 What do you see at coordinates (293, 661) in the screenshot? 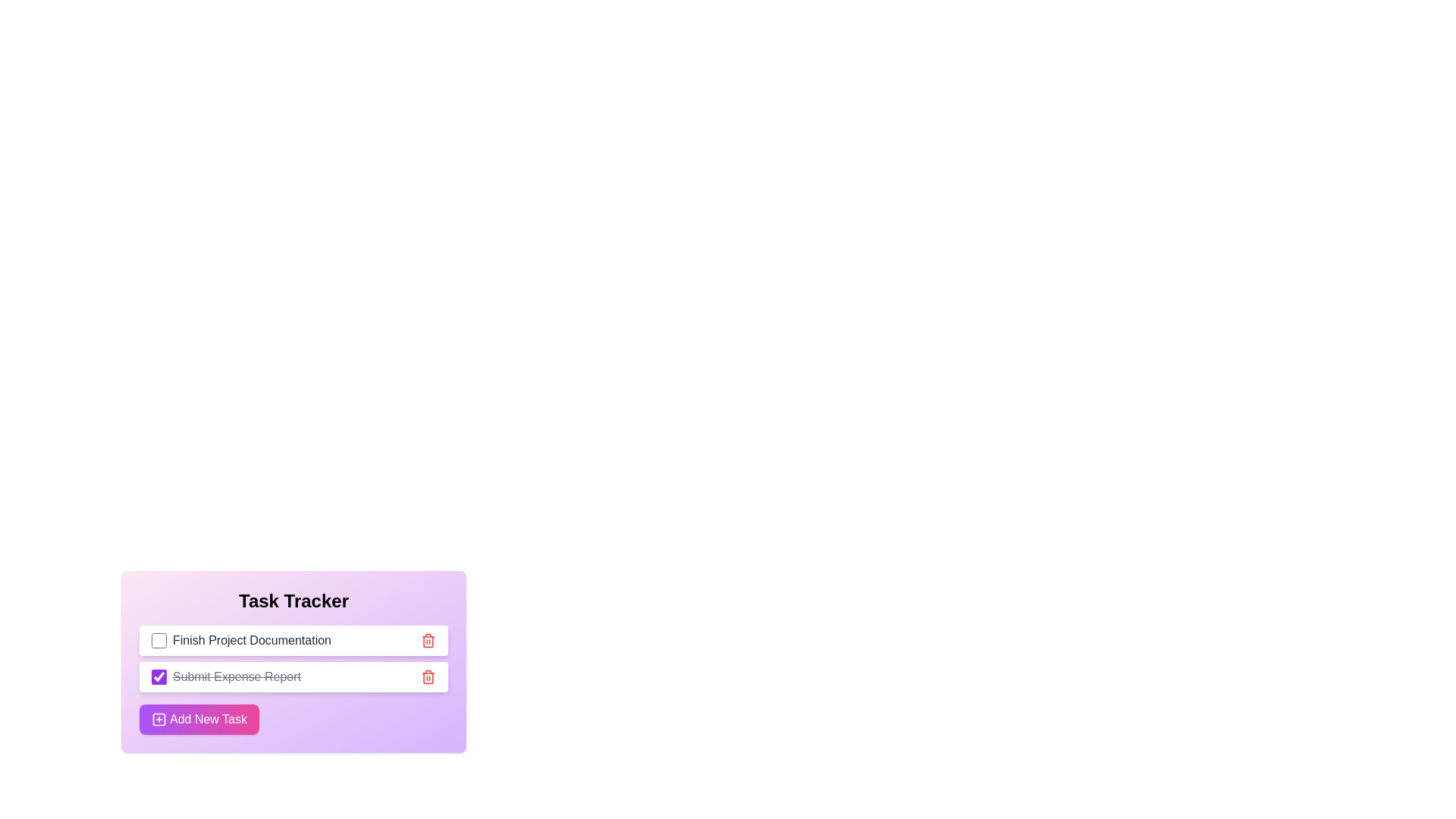
I see `the second task entry in the task list labeled 'Task Tracker' to possibly view additional options` at bounding box center [293, 661].